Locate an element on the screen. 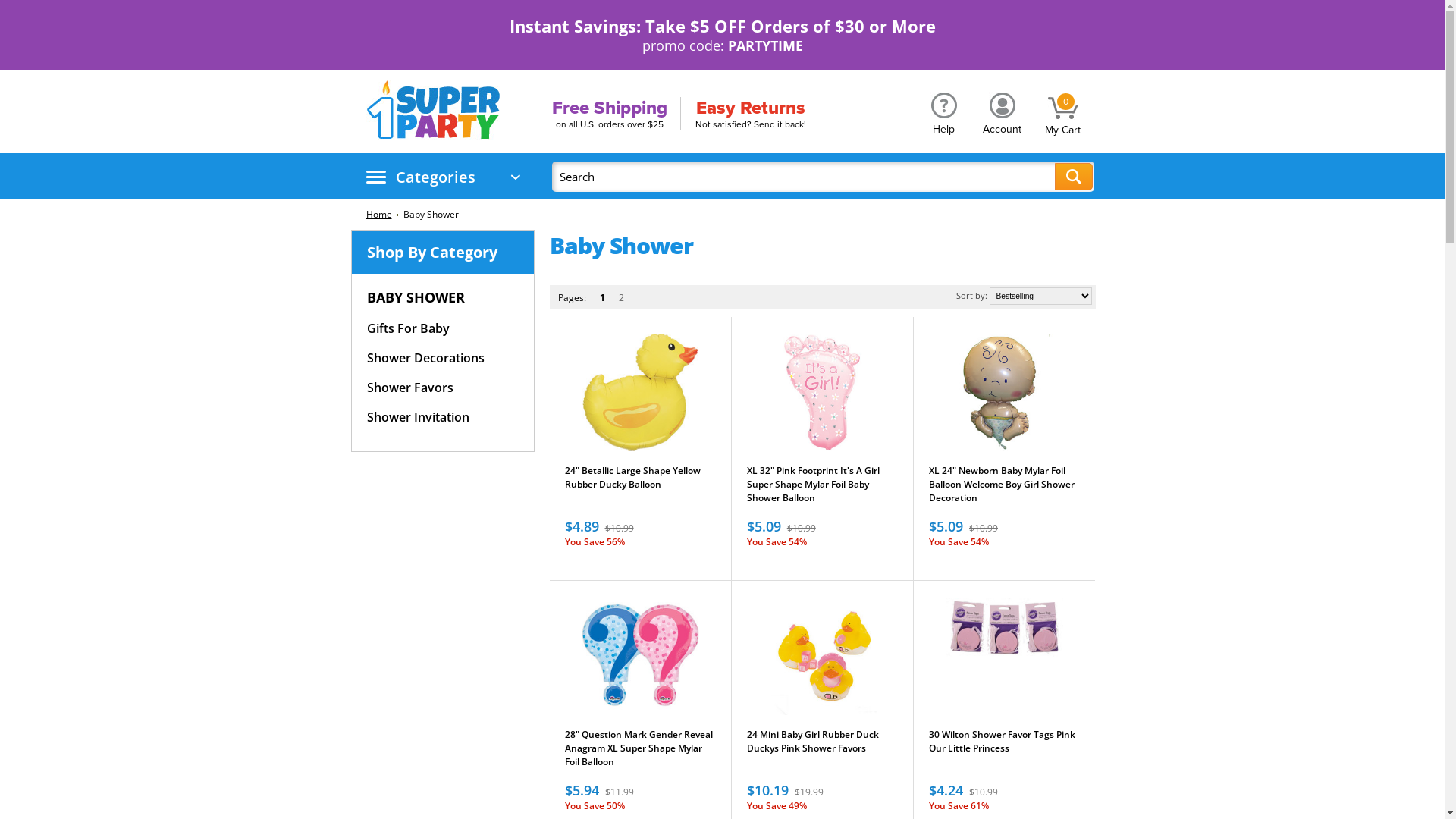  'BABY SHOWER' is located at coordinates (425, 297).